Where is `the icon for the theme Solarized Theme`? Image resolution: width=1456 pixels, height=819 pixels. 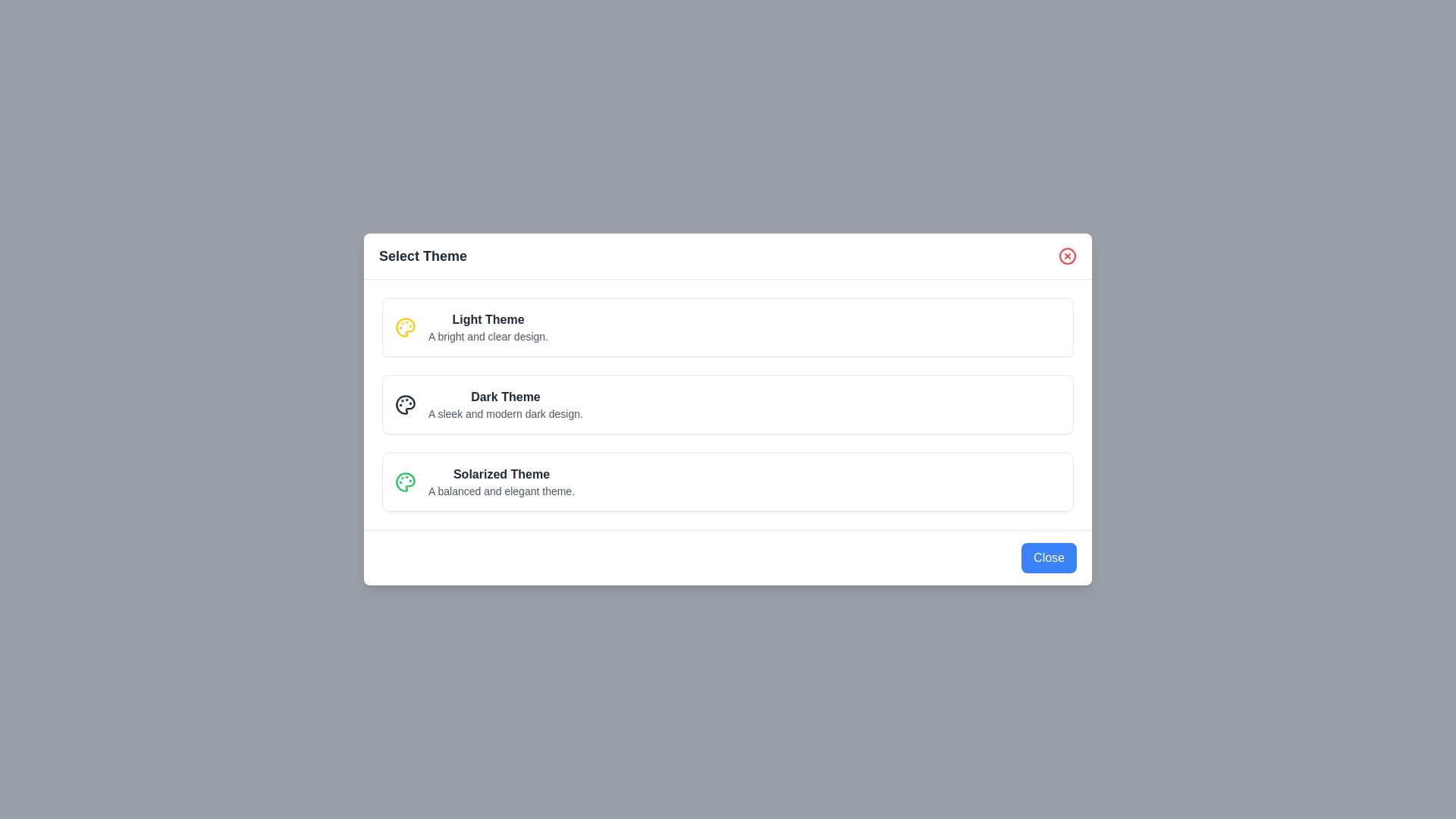 the icon for the theme Solarized Theme is located at coordinates (405, 482).